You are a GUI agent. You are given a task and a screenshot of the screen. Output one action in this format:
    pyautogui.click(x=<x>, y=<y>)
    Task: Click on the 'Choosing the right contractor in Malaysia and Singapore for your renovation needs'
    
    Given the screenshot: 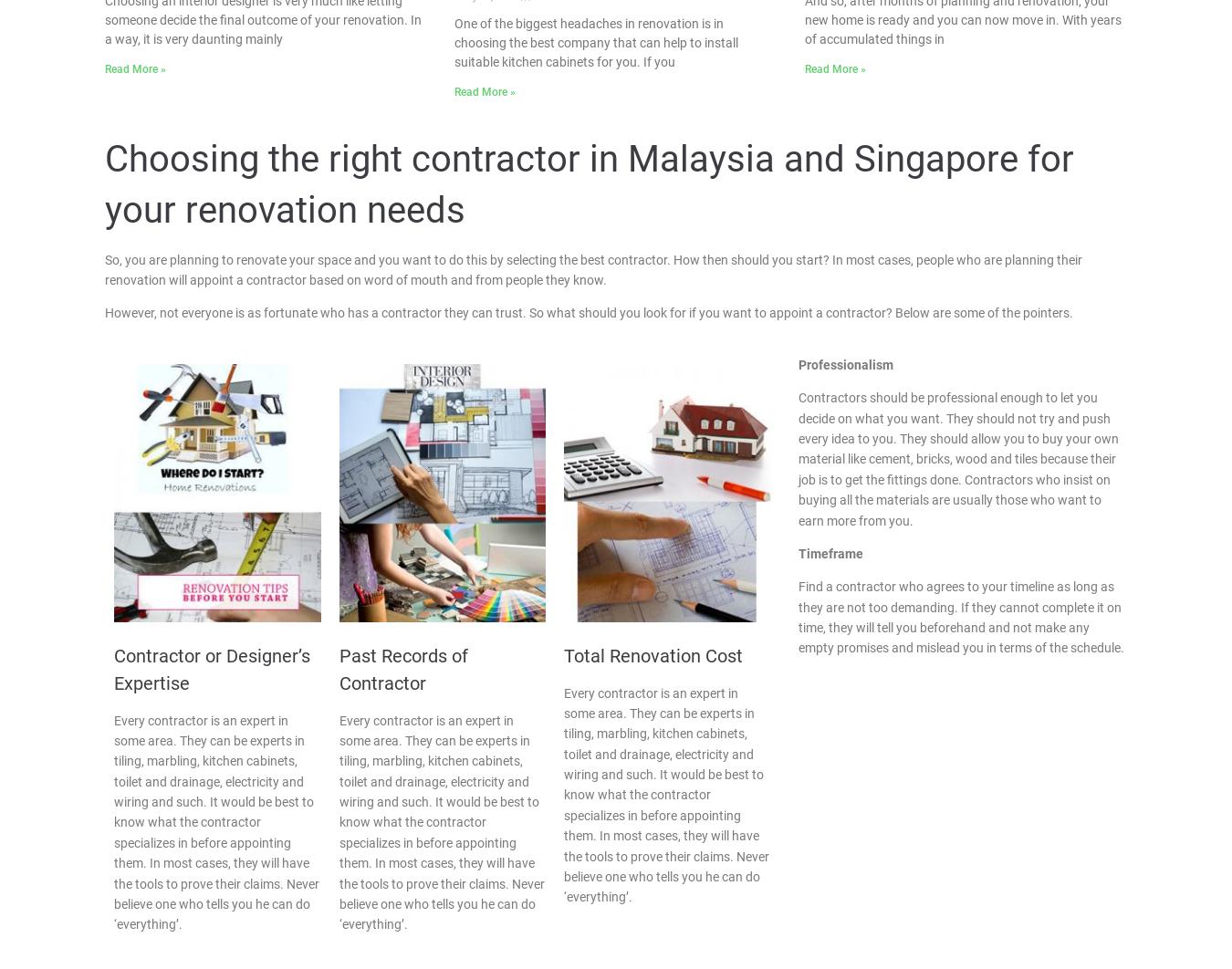 What is the action you would take?
    pyautogui.click(x=589, y=183)
    